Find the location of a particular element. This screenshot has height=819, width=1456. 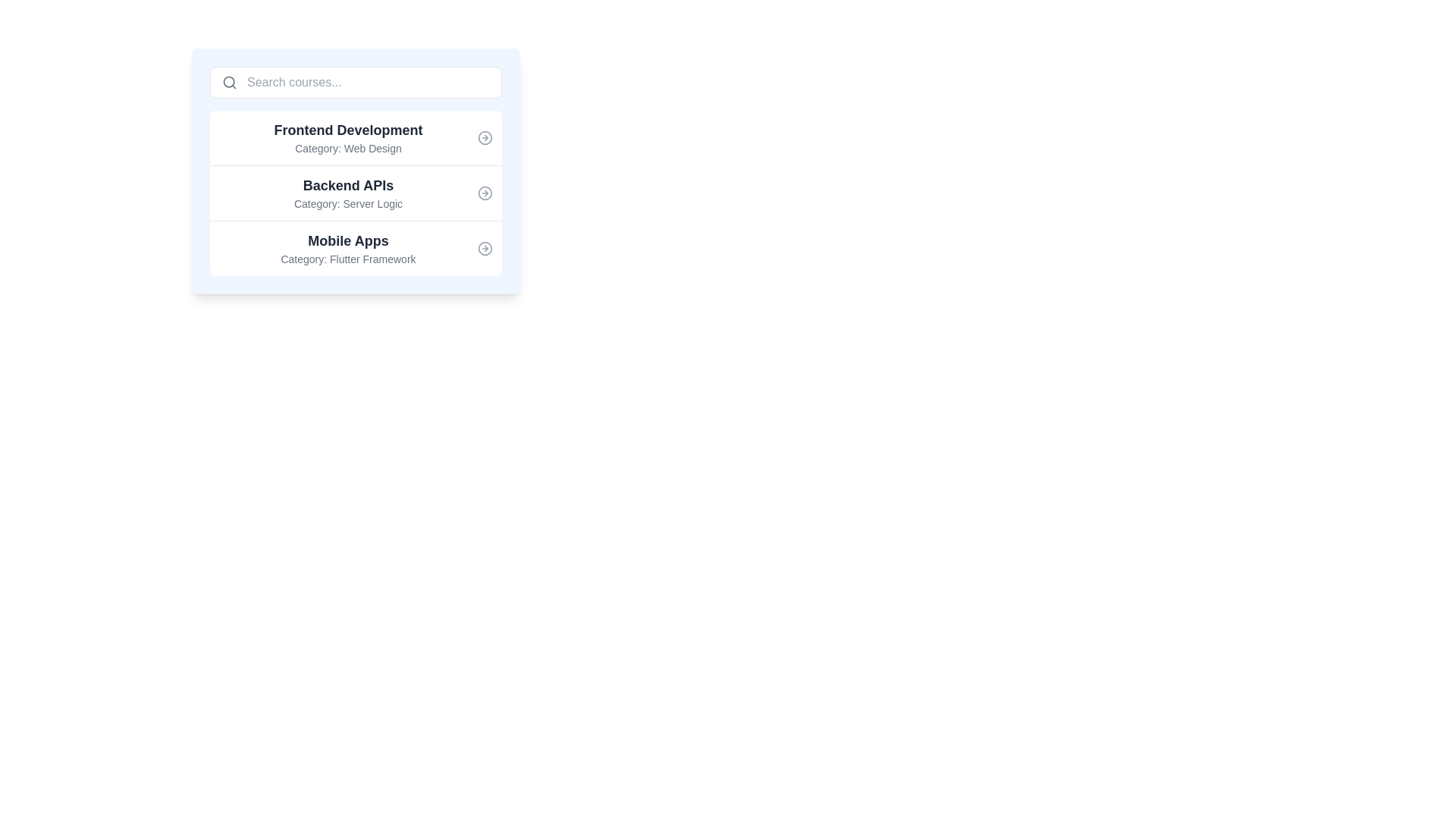

the SVG circle element that is part of the arrow-like icon located to the right of the 'Backend APIs' row is located at coordinates (484, 192).